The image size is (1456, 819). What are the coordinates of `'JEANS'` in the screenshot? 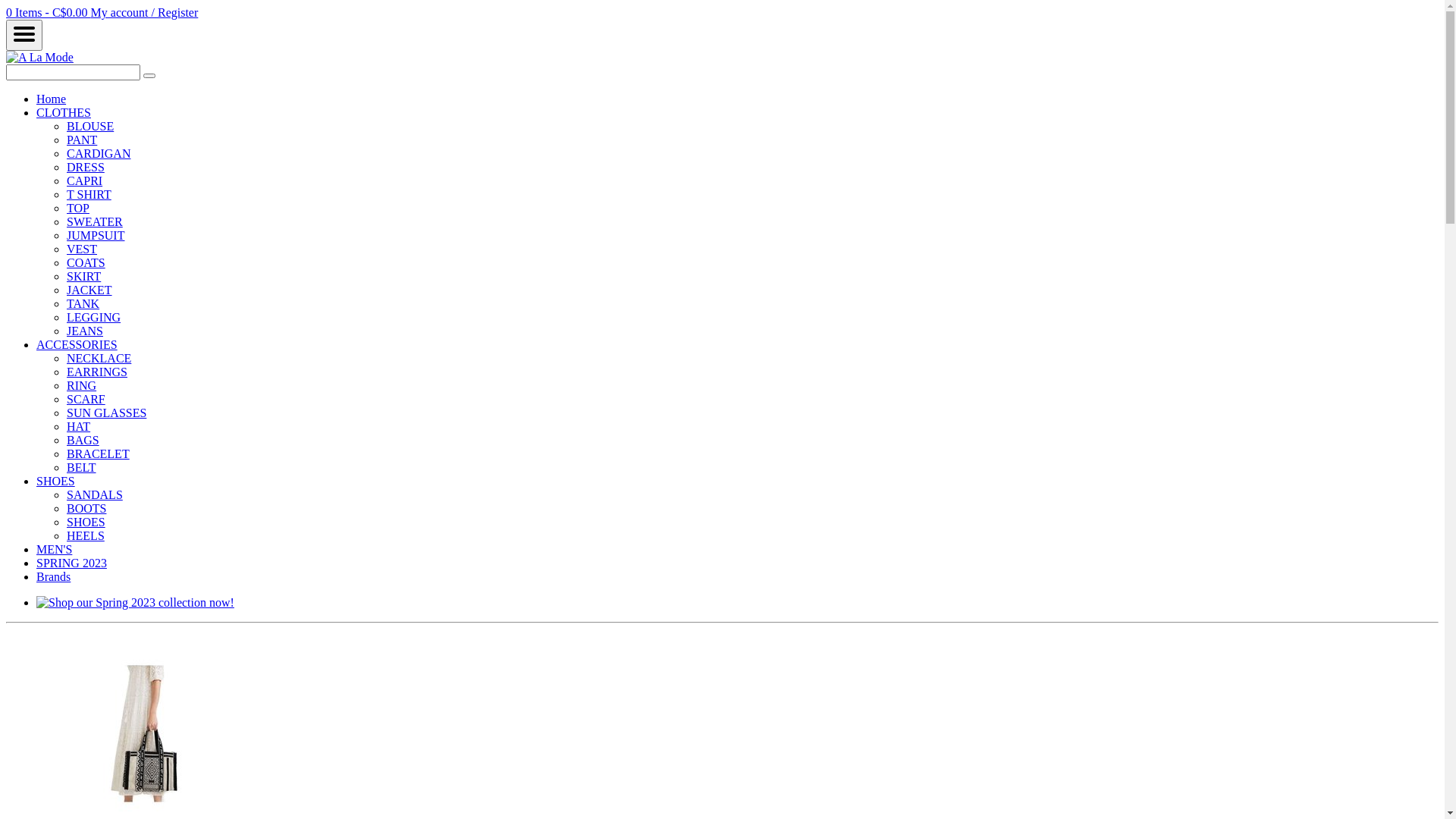 It's located at (83, 330).